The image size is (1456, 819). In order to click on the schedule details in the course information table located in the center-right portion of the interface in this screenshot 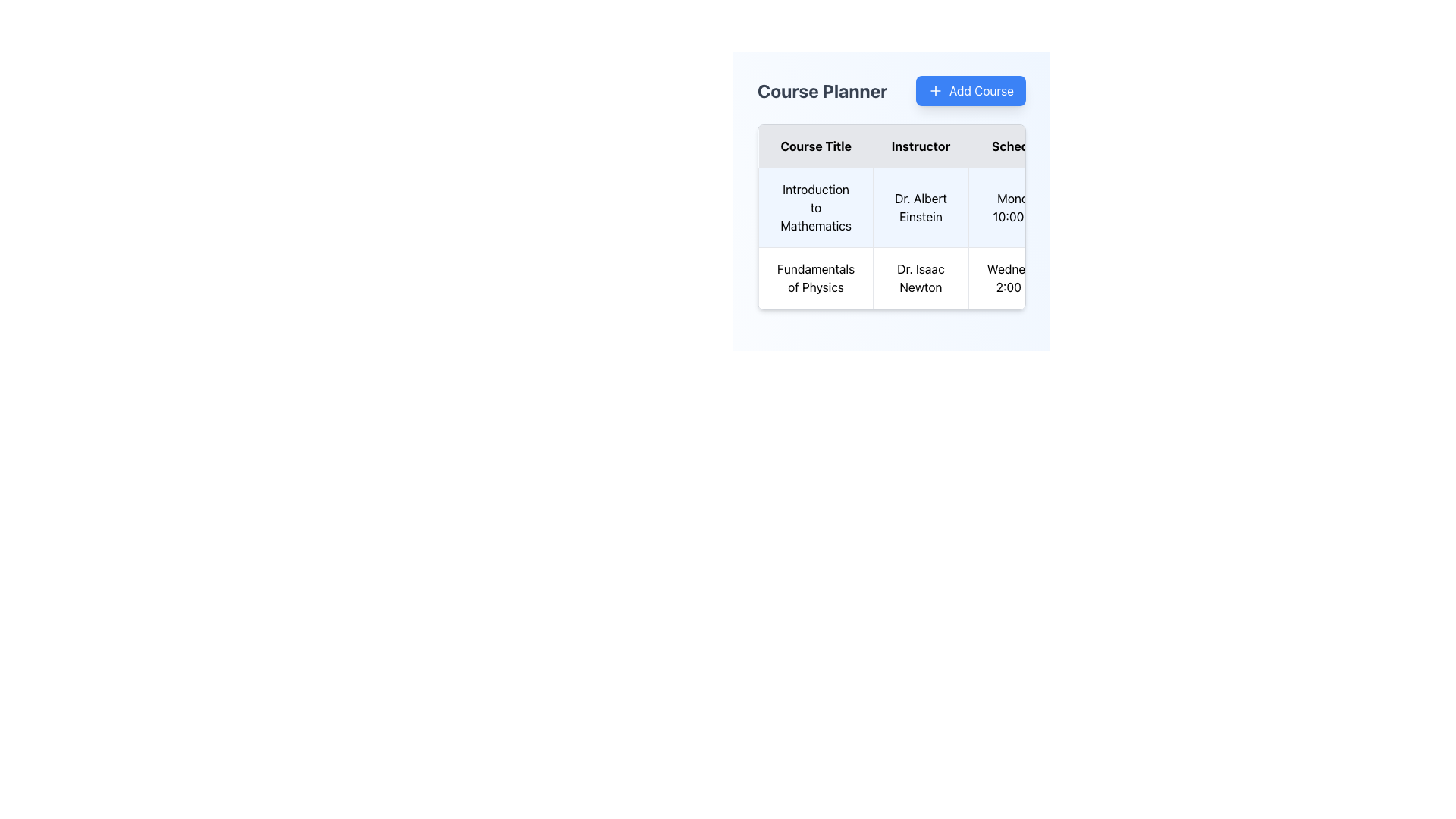, I will do `click(954, 238)`.